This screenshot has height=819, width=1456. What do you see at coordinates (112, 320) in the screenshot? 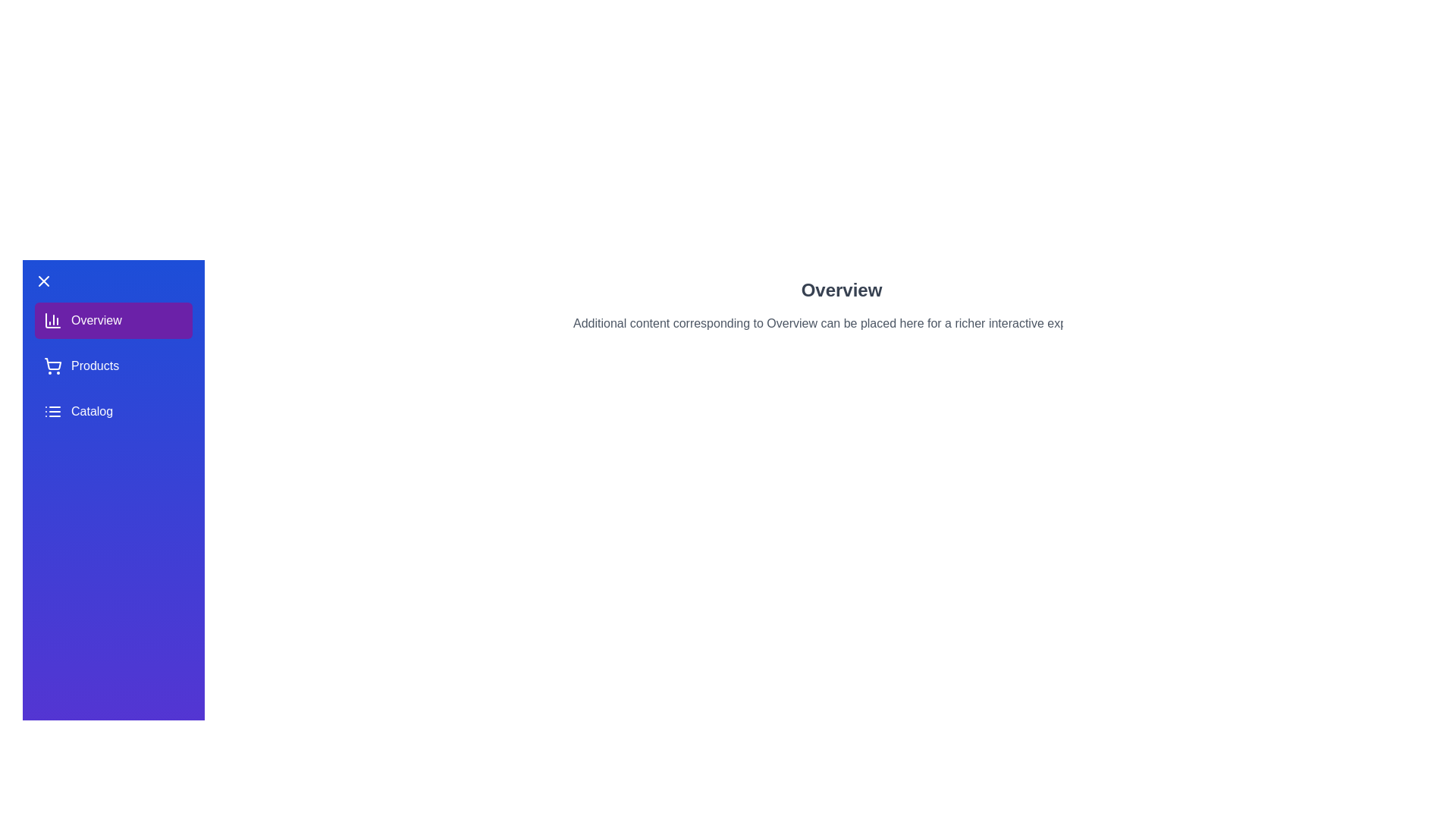
I see `the menu item Overview from the drawer` at bounding box center [112, 320].